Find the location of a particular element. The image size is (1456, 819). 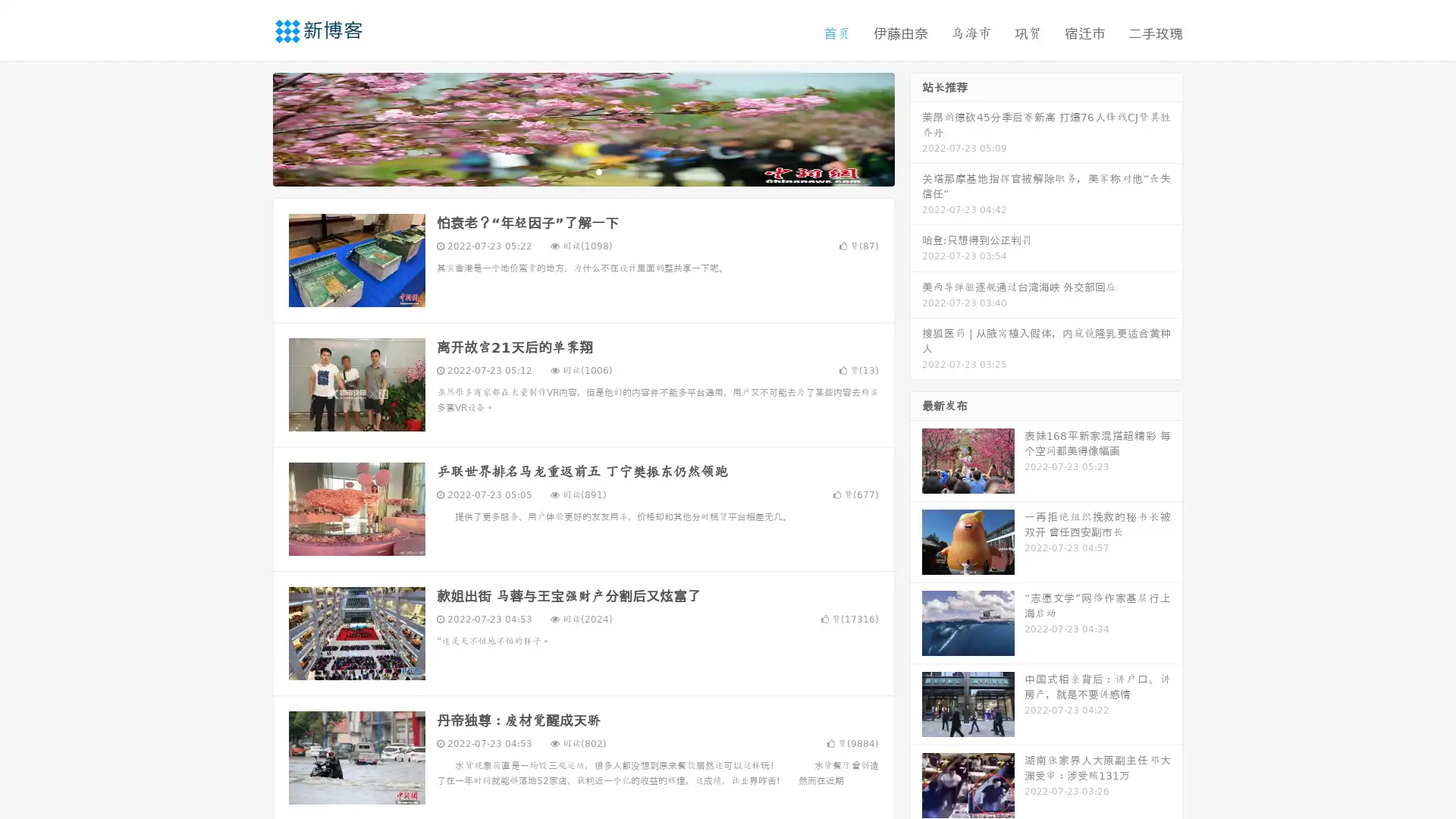

Go to slide 3 is located at coordinates (598, 171).